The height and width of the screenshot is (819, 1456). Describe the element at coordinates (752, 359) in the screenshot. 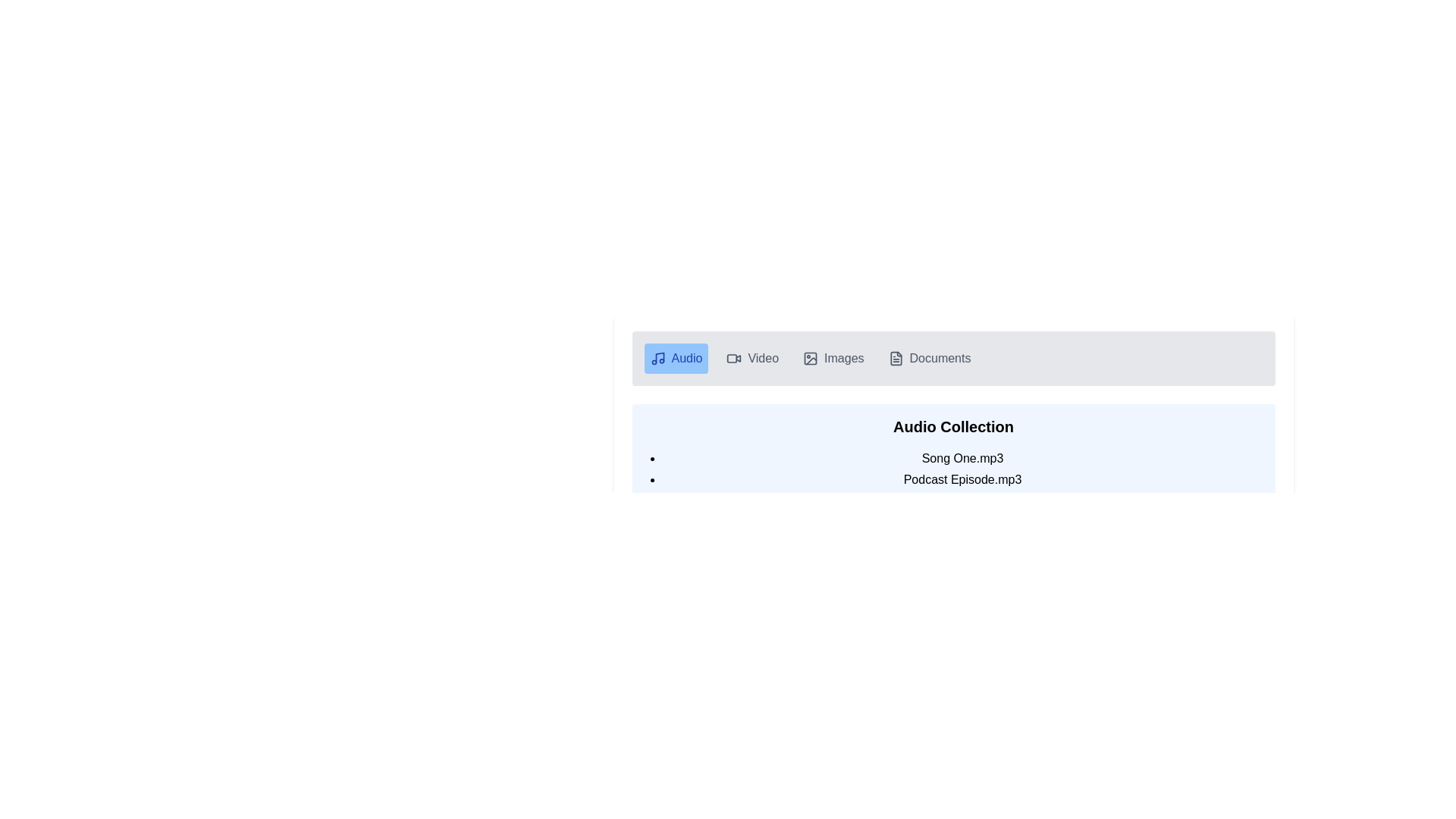

I see `the Video button, which is the second button in a row of navigational buttons labeled 'Audio', 'Video', 'Images', and 'Documents'. This button is intended to change the view` at that location.